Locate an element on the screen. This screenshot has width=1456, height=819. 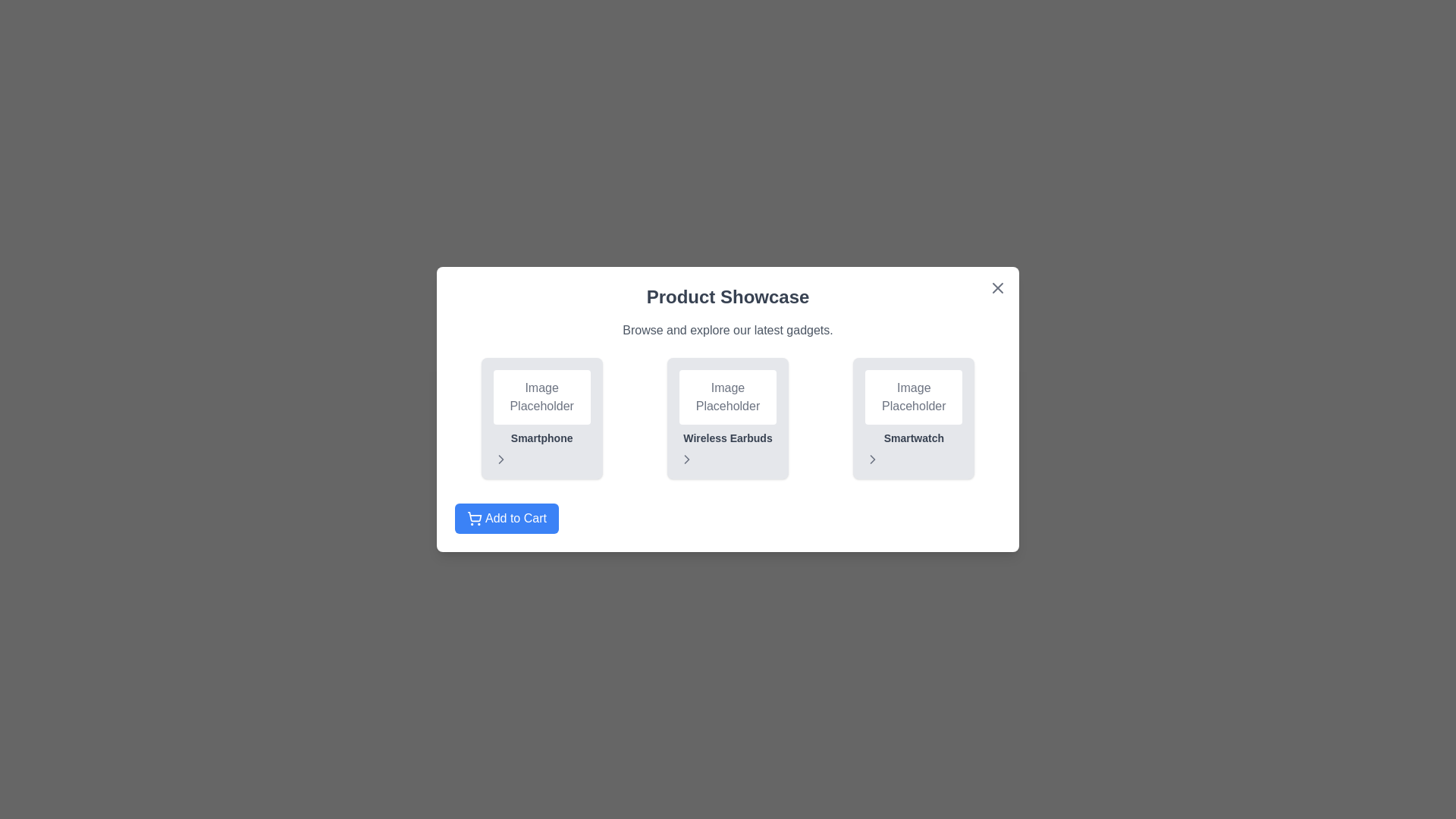
the text label displaying 'Image Placeholder' in gray font, located in the center tile below 'Product Showcase.' is located at coordinates (728, 397).